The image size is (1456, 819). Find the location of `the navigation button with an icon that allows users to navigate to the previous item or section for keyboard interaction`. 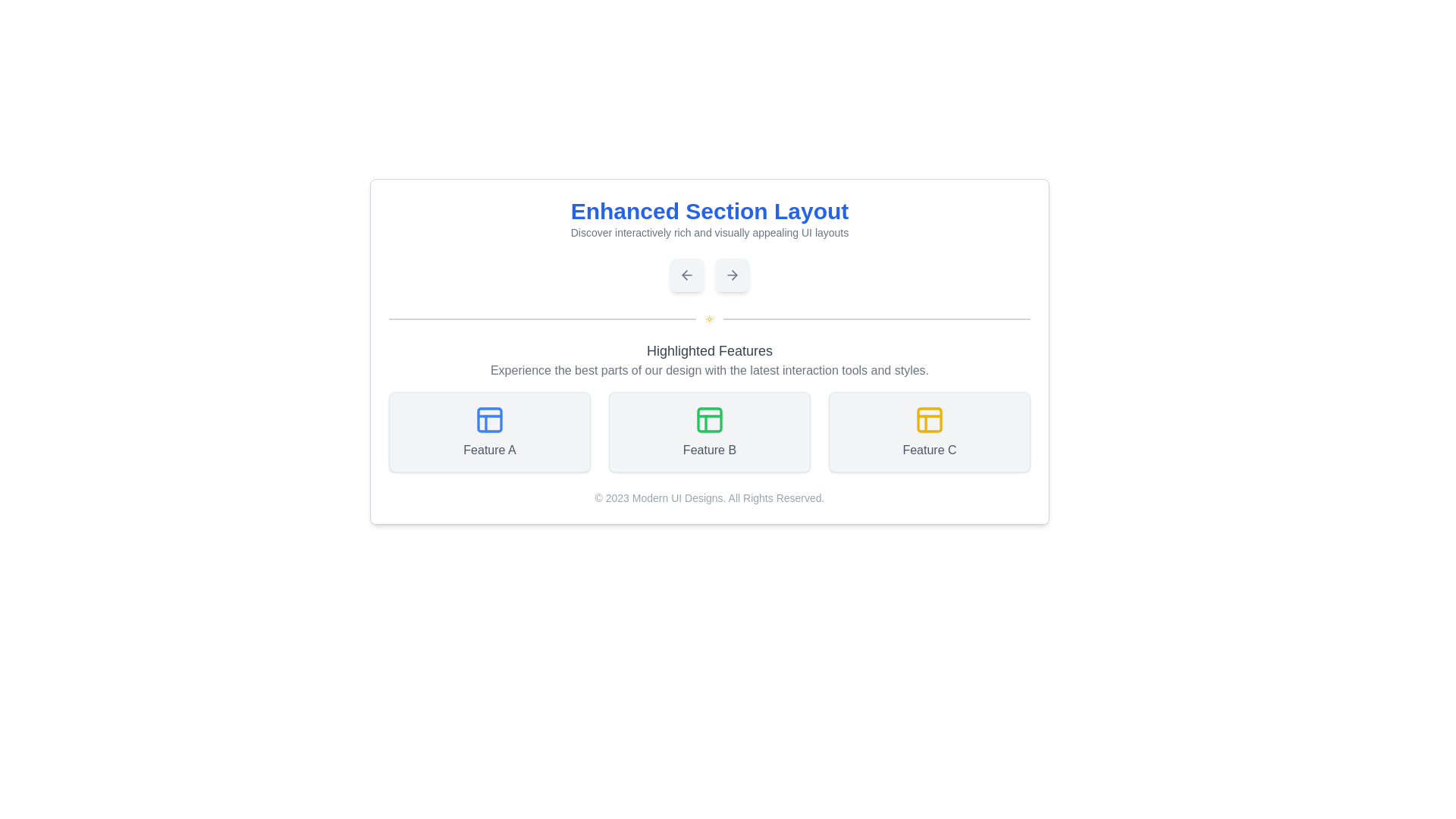

the navigation button with an icon that allows users to navigate to the previous item or section for keyboard interaction is located at coordinates (686, 275).